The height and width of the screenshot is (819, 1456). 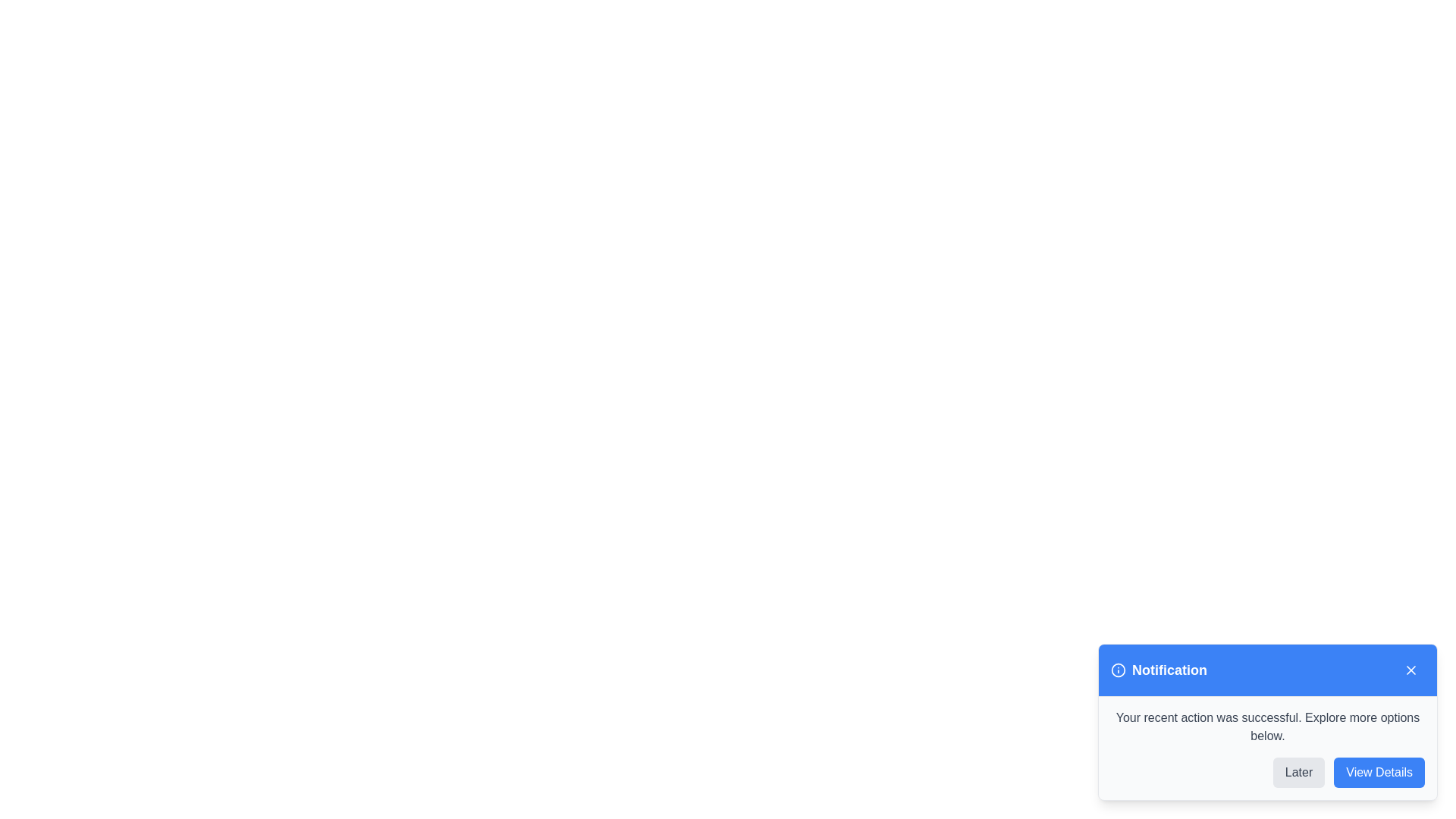 I want to click on the circular close button with a cross ('X') icon located in the top-right corner of the notification panel, so click(x=1410, y=669).